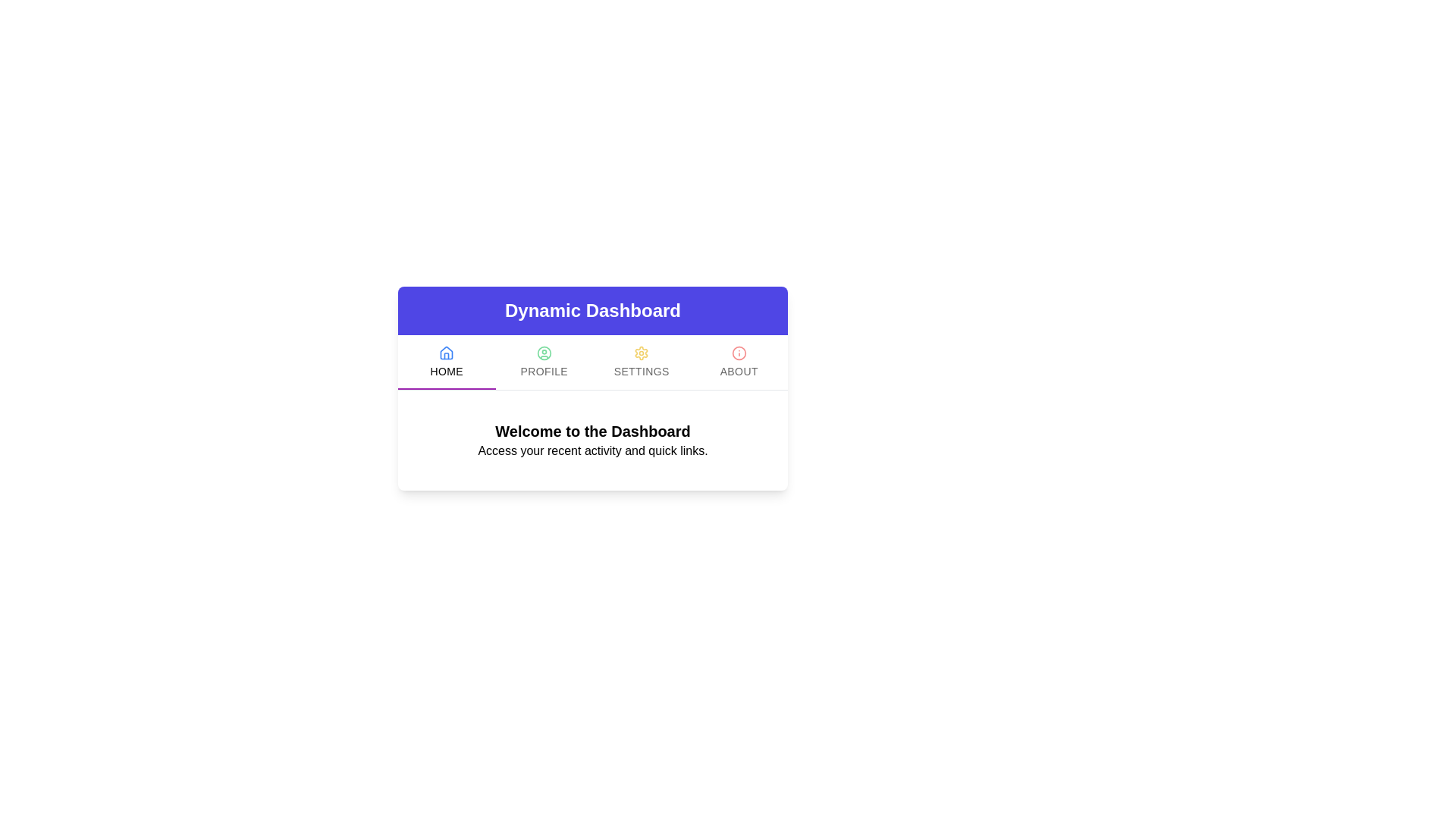  Describe the element at coordinates (739, 362) in the screenshot. I see `the 'About' tab in the 'Dynamic Dashboard' navigation bar` at that location.